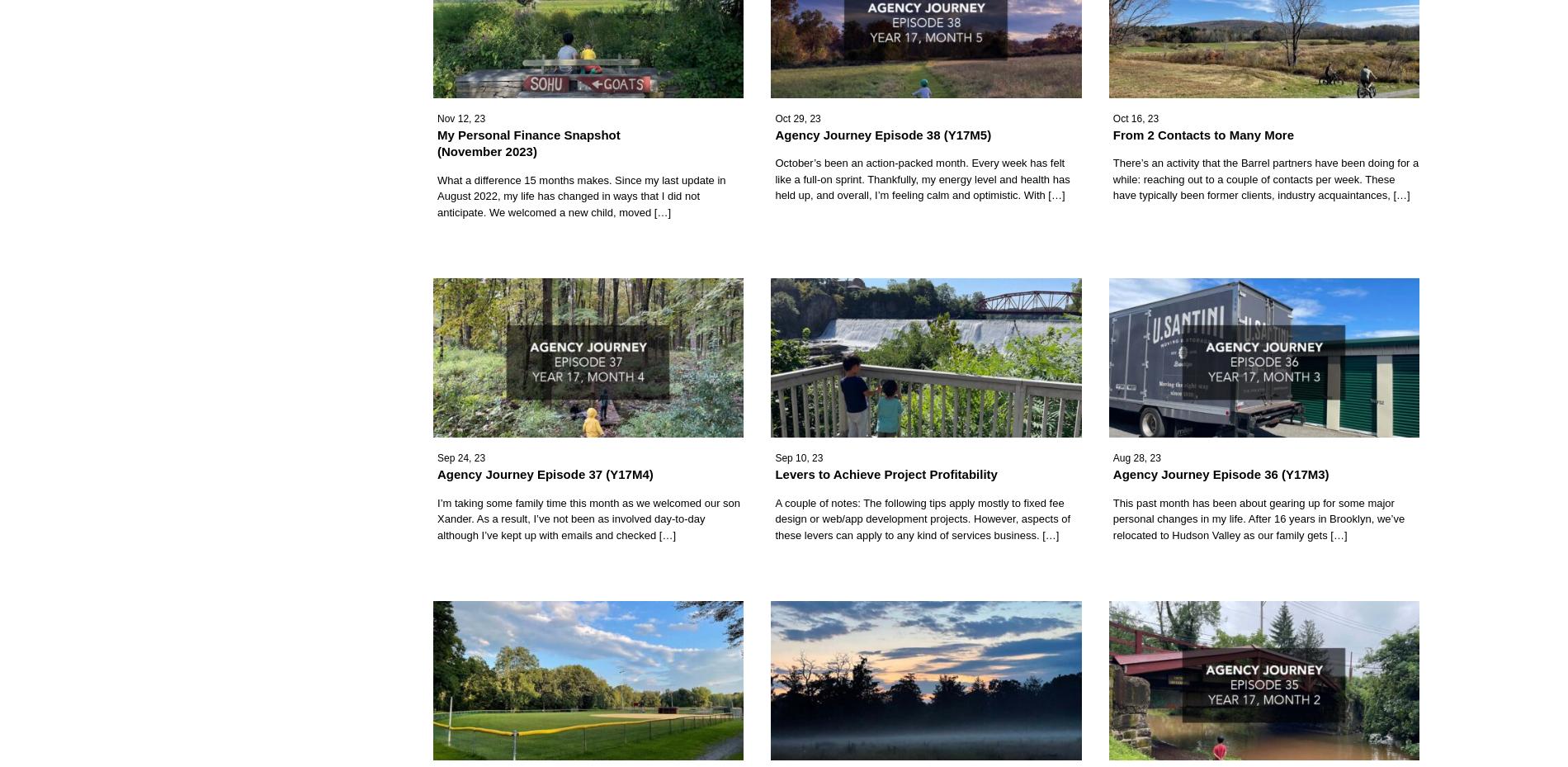 The image size is (1568, 767). What do you see at coordinates (773, 473) in the screenshot?
I see `'Levers to Achieve Project Profitability'` at bounding box center [773, 473].